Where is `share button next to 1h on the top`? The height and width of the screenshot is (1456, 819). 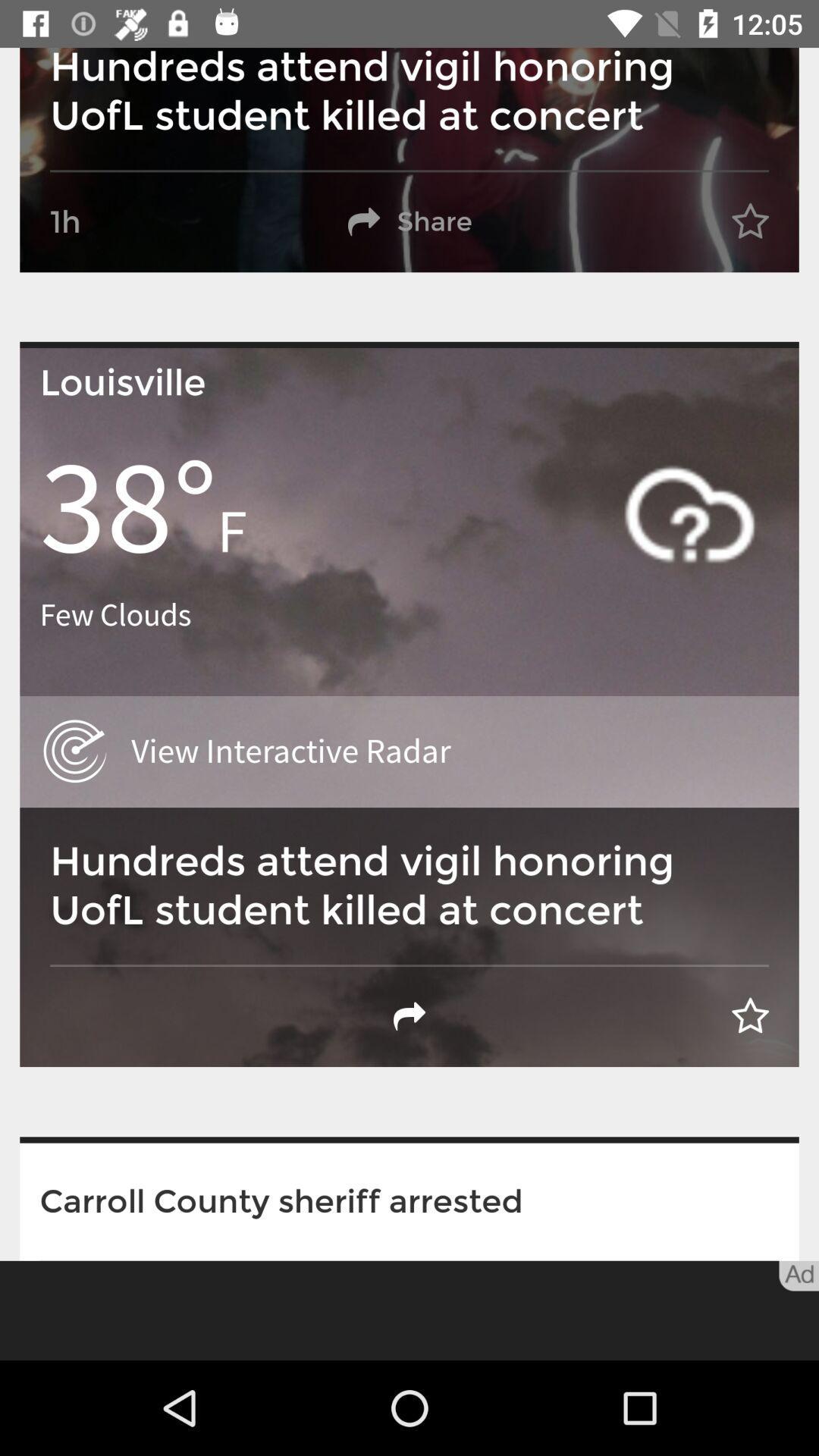
share button next to 1h on the top is located at coordinates (409, 221).